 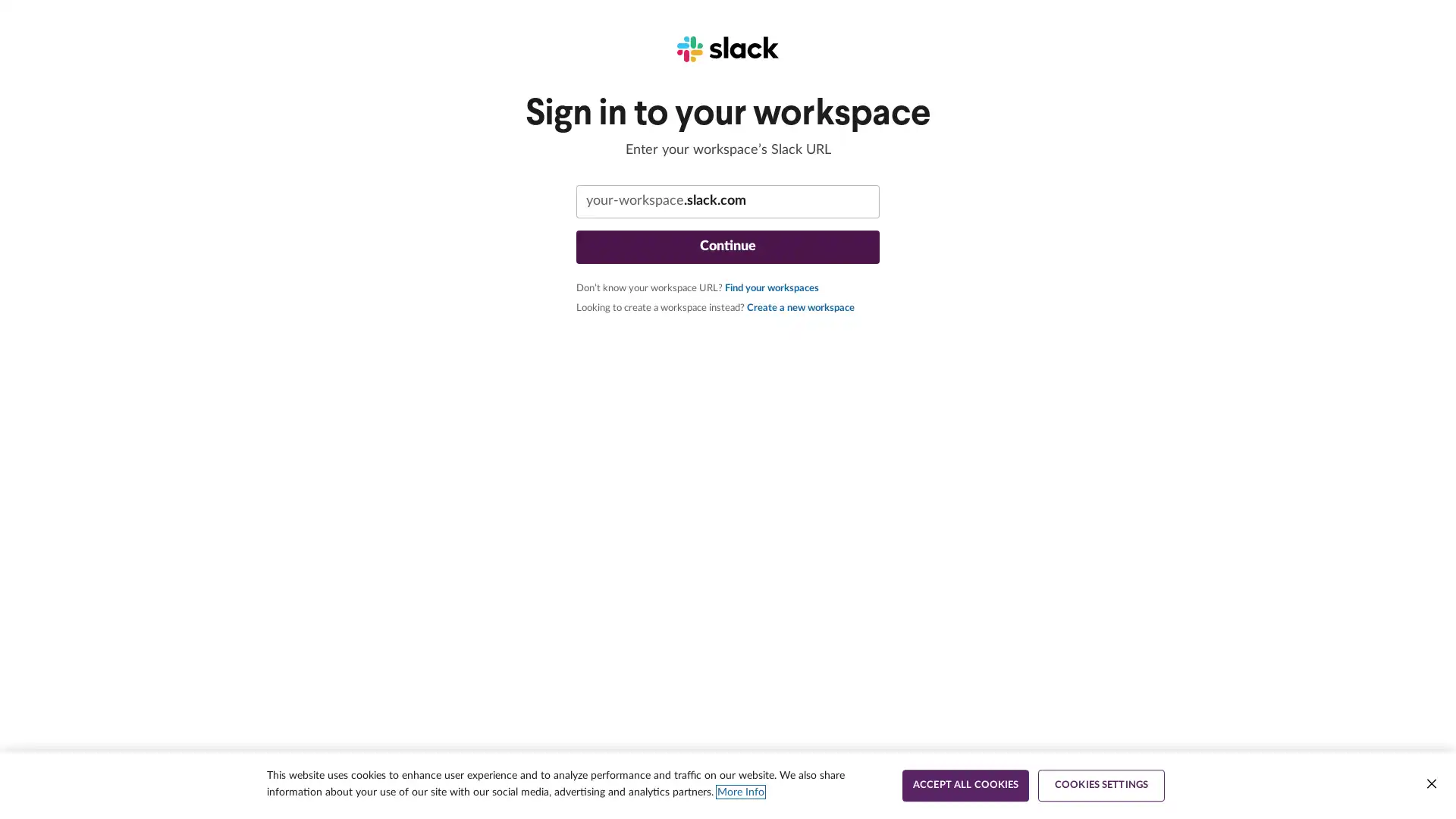 I want to click on ACCEPT ALL COOKIES, so click(x=965, y=785).